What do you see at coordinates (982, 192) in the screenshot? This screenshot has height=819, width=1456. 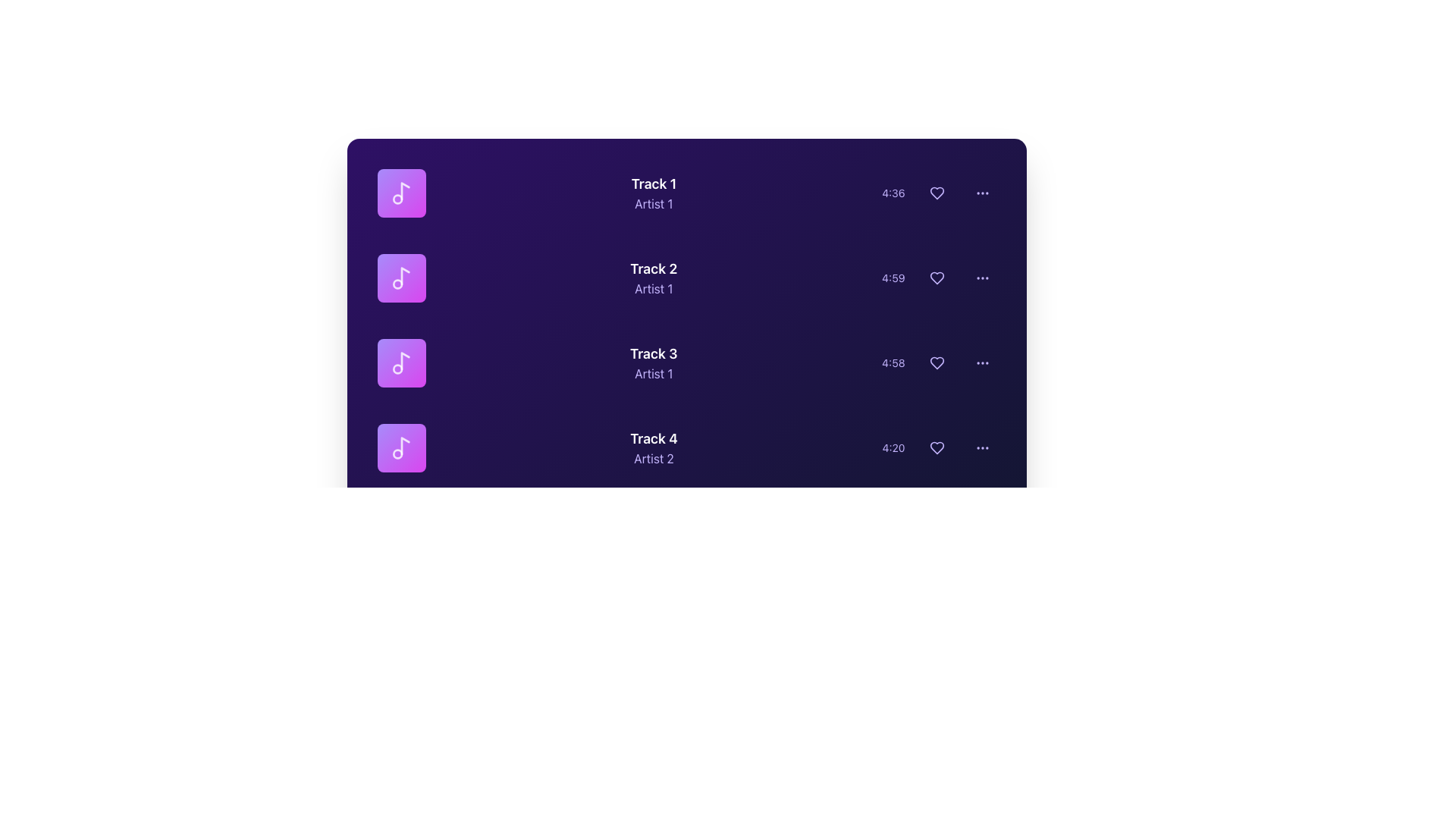 I see `the Button (Ellipsis icon) represented by three vertically aligned dots in light violet color, positioned in the rightmost column of a track's metadata row` at bounding box center [982, 192].